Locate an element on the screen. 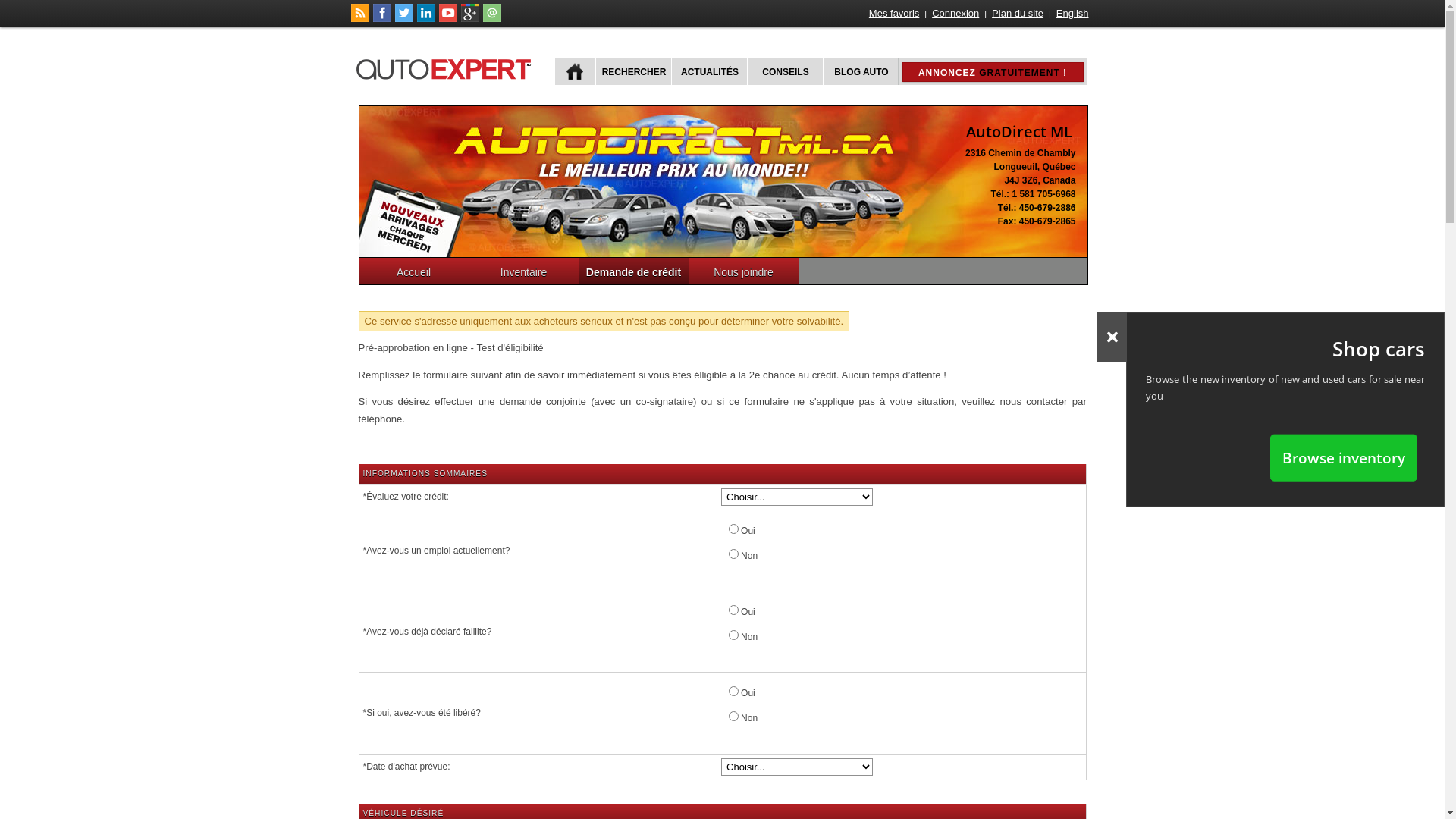 The height and width of the screenshot is (819, 1456). 'autoExpert.ca' is located at coordinates (446, 66).